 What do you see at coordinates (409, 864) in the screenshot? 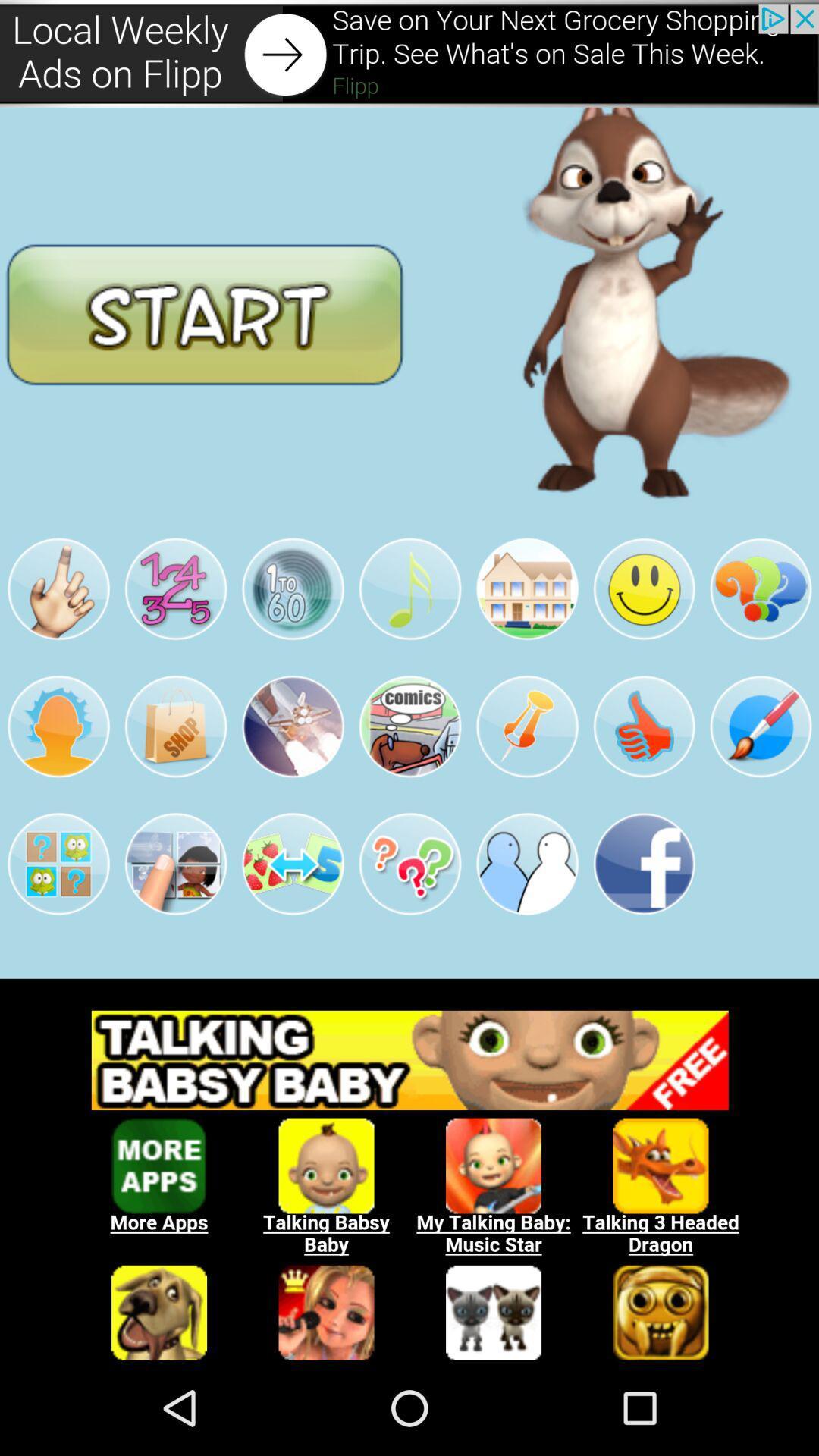
I see `the icon which looks like question marks in the bottom` at bounding box center [409, 864].